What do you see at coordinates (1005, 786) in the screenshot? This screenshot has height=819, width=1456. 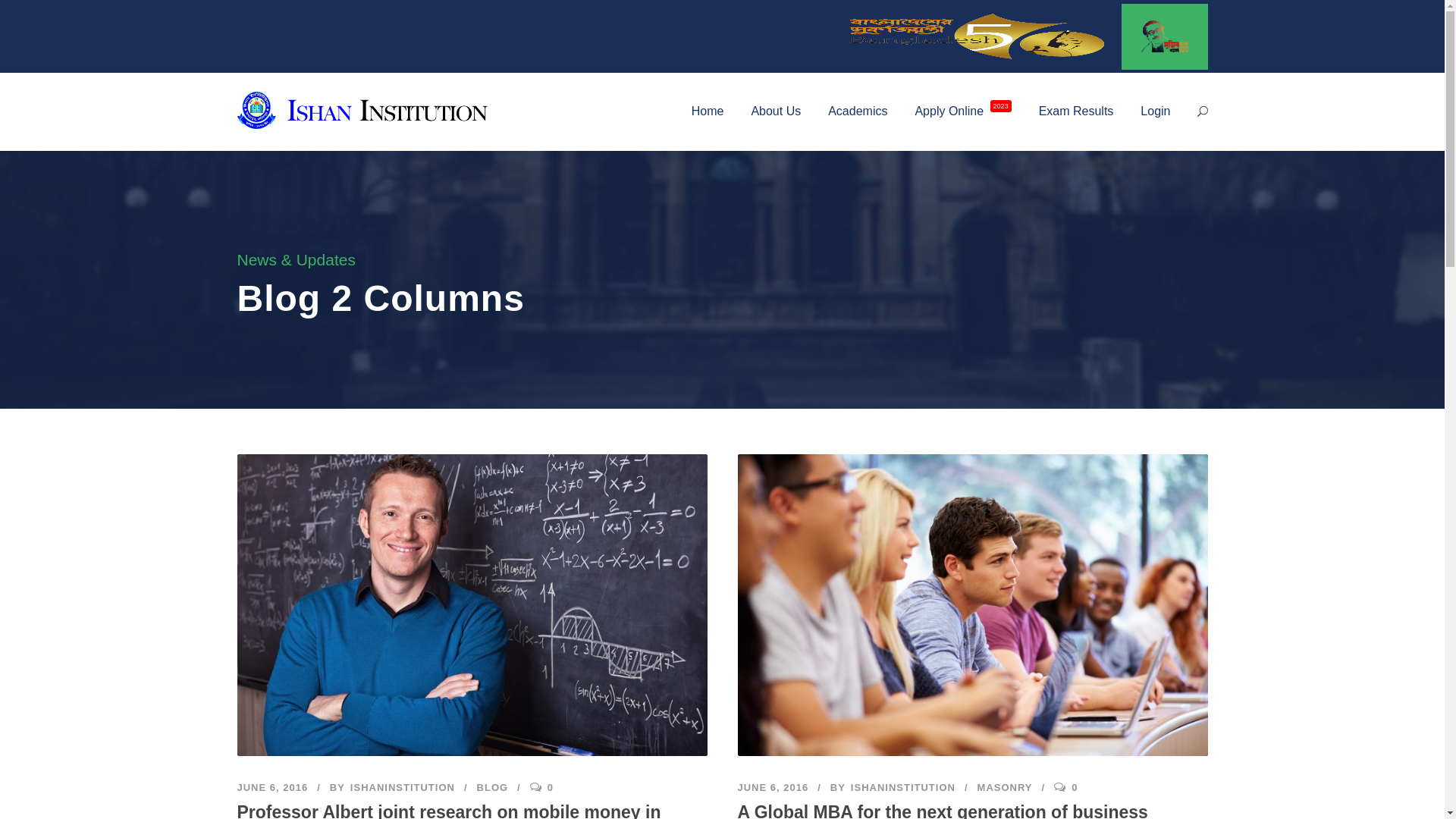 I see `'MASONRY'` at bounding box center [1005, 786].